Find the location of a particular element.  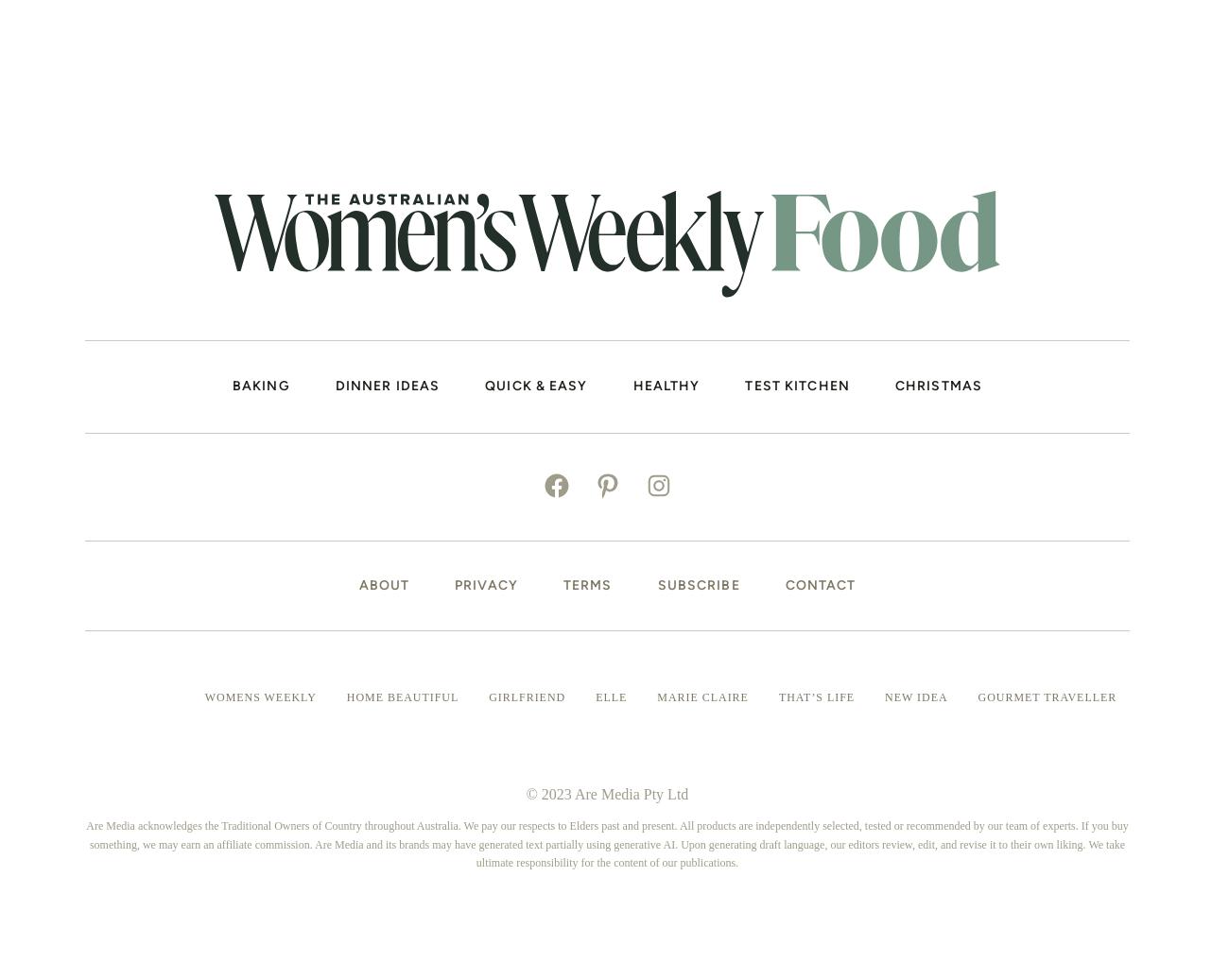

'That’s Life' is located at coordinates (778, 696).